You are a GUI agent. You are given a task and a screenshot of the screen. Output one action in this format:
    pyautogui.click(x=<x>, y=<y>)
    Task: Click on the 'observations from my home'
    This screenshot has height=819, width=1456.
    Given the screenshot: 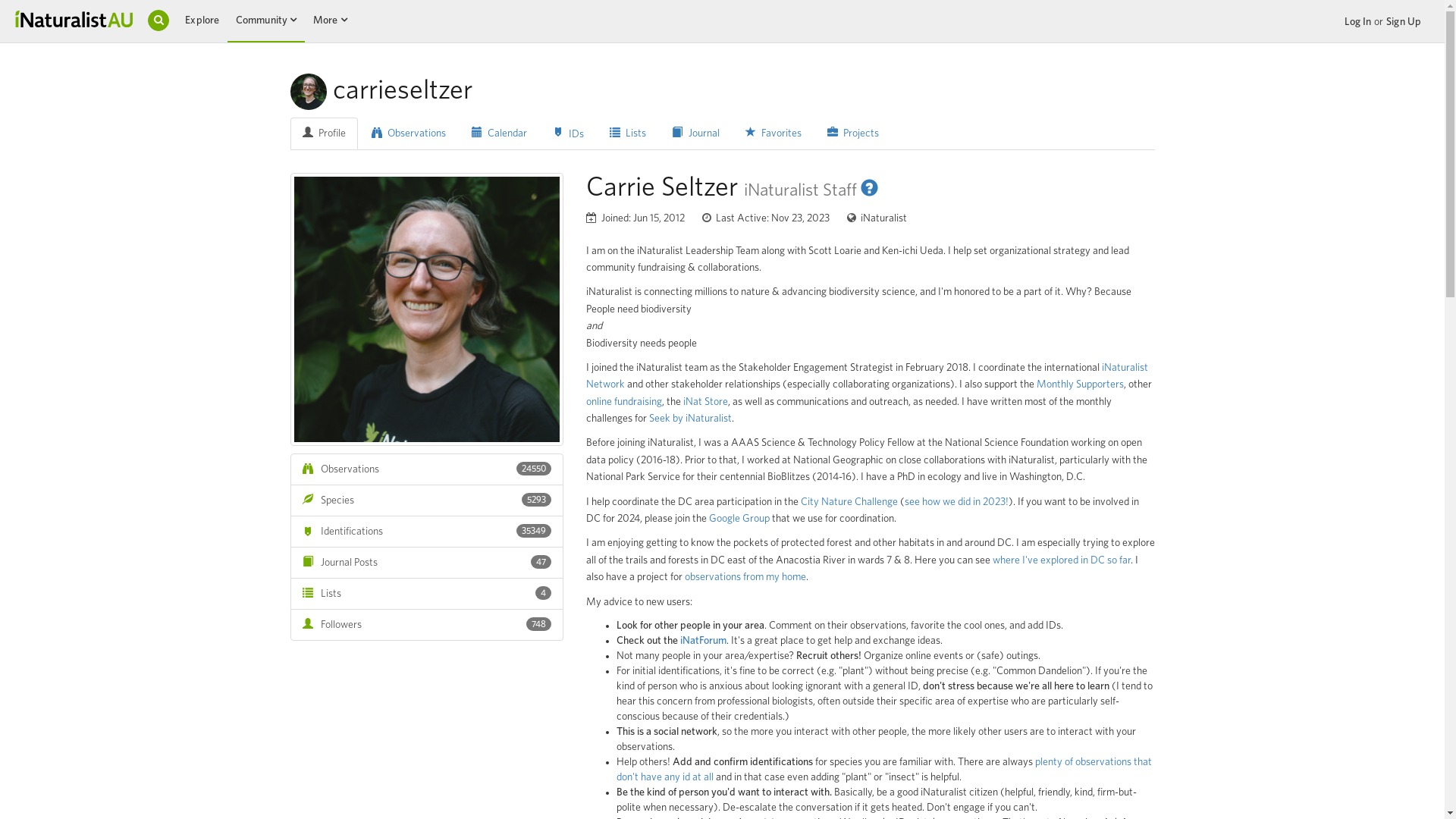 What is the action you would take?
    pyautogui.click(x=683, y=576)
    